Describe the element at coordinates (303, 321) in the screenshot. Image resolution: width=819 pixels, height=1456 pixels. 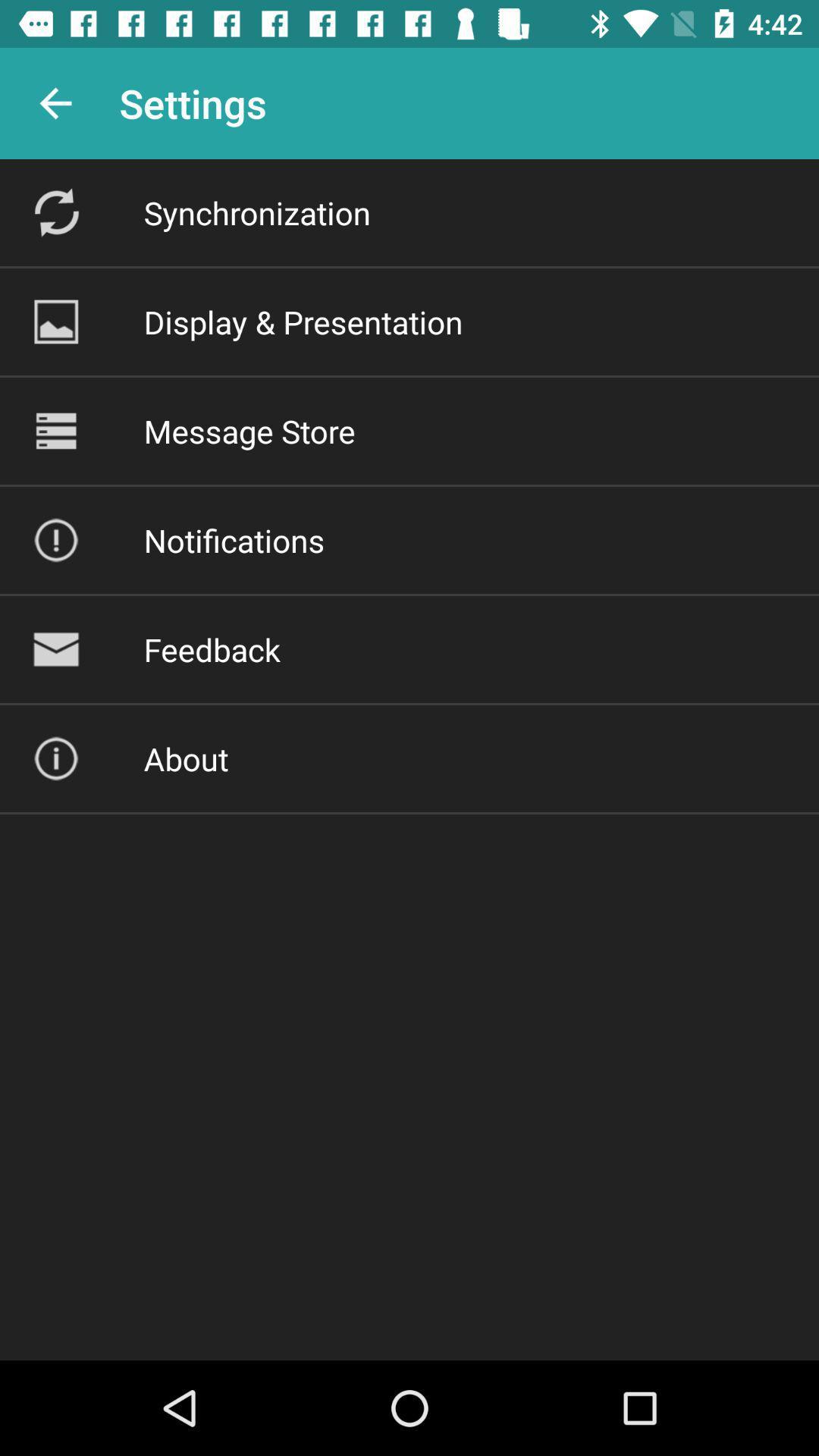
I see `icon above message store` at that location.